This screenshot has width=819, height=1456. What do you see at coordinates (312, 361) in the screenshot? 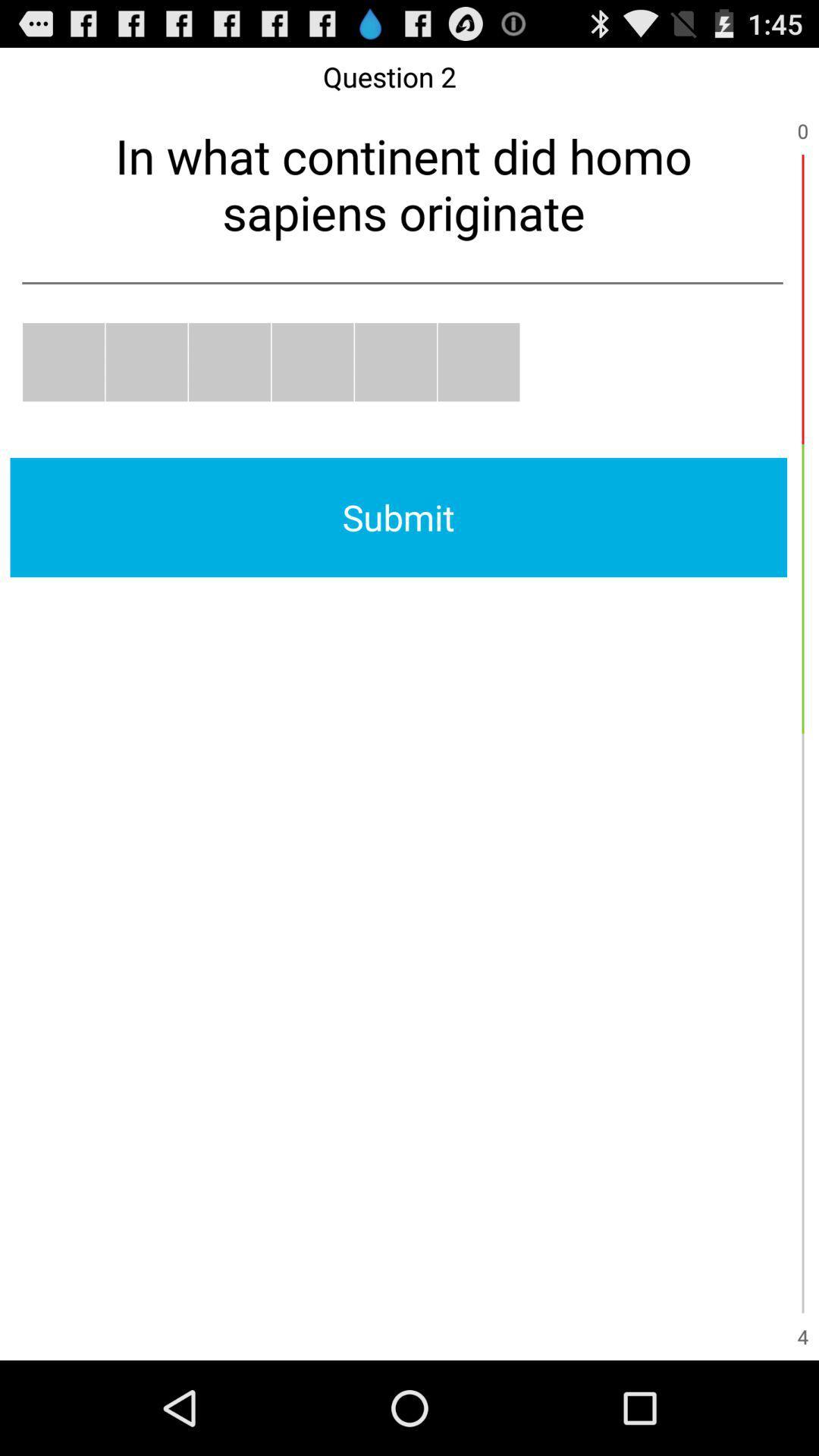
I see `choose answer four` at bounding box center [312, 361].